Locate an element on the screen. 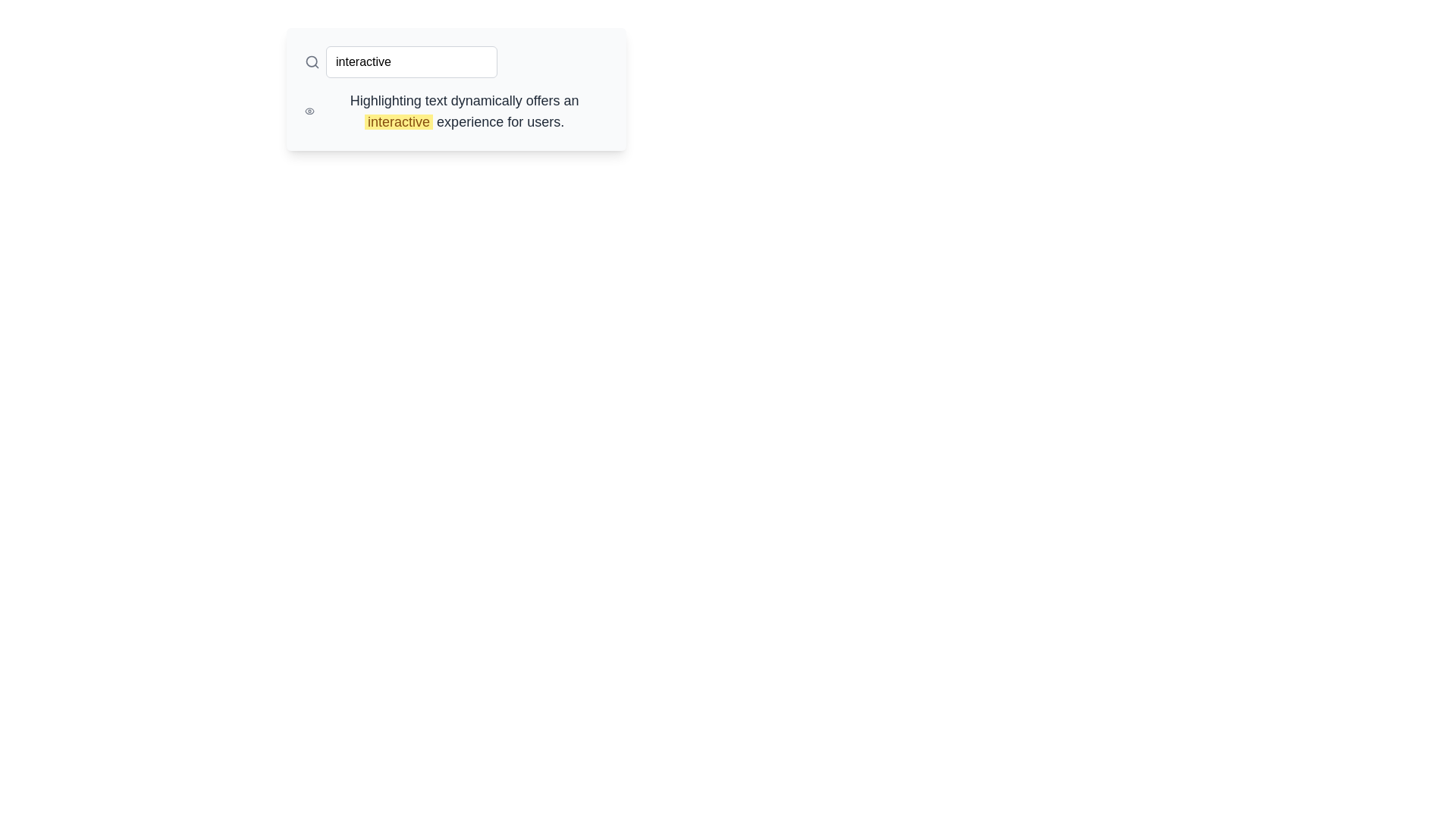  text content displayed in the text display component located directly below the search bar, which highlights the word 'interactive' is located at coordinates (455, 110).